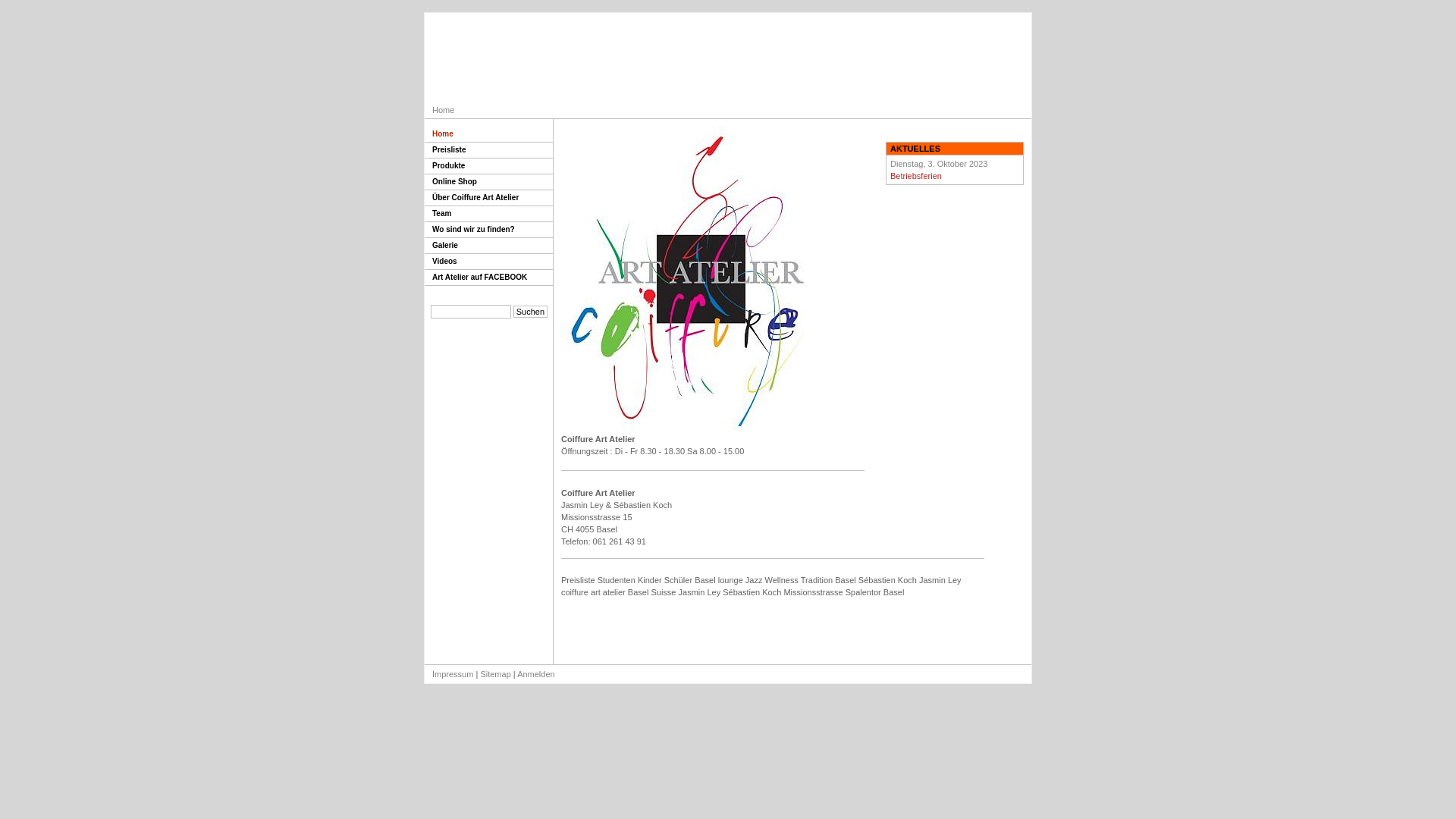  I want to click on 'Suchen', so click(530, 311).